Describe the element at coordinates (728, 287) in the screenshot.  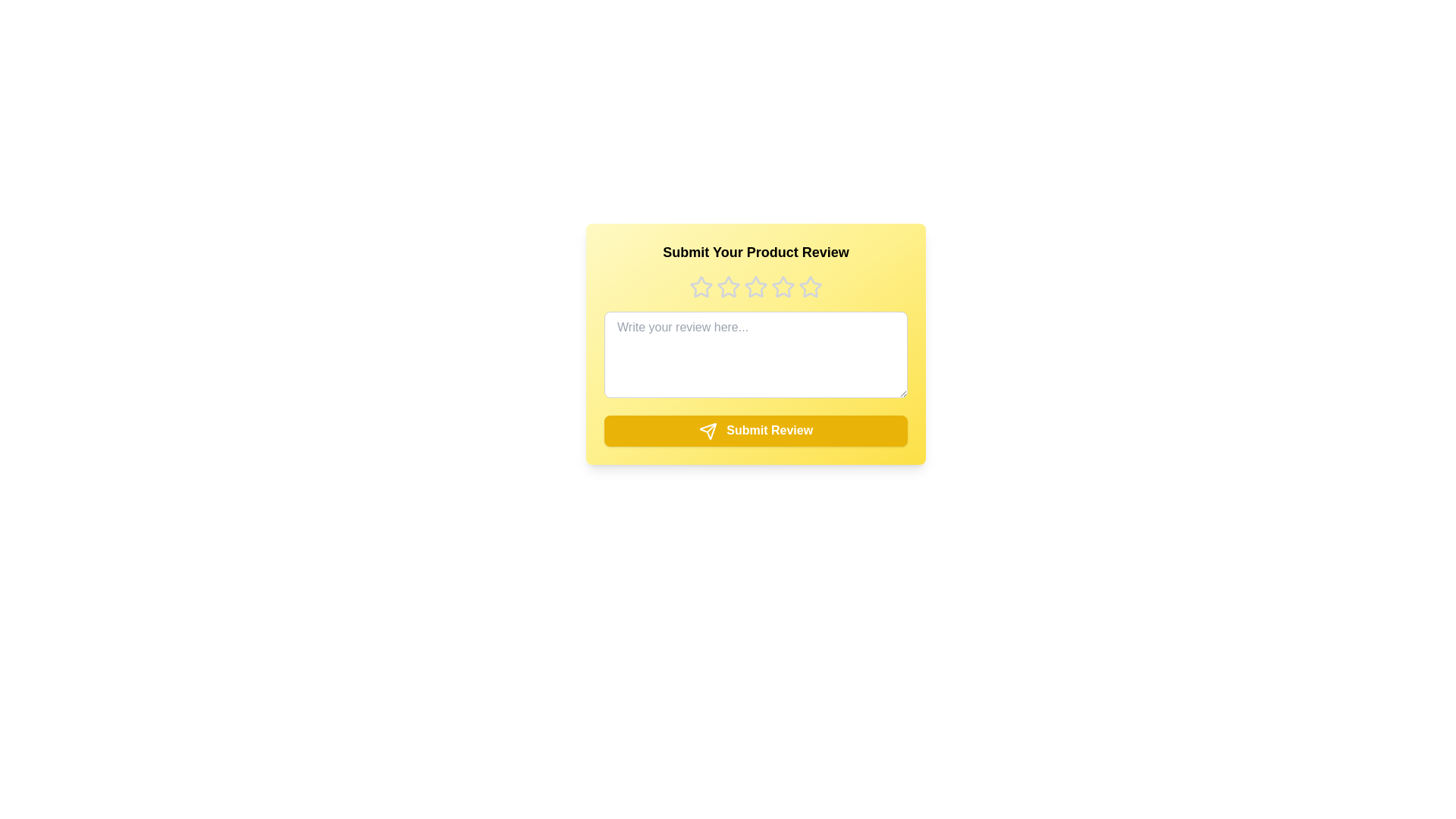
I see `the second star icon from the left in the row of five stars` at that location.